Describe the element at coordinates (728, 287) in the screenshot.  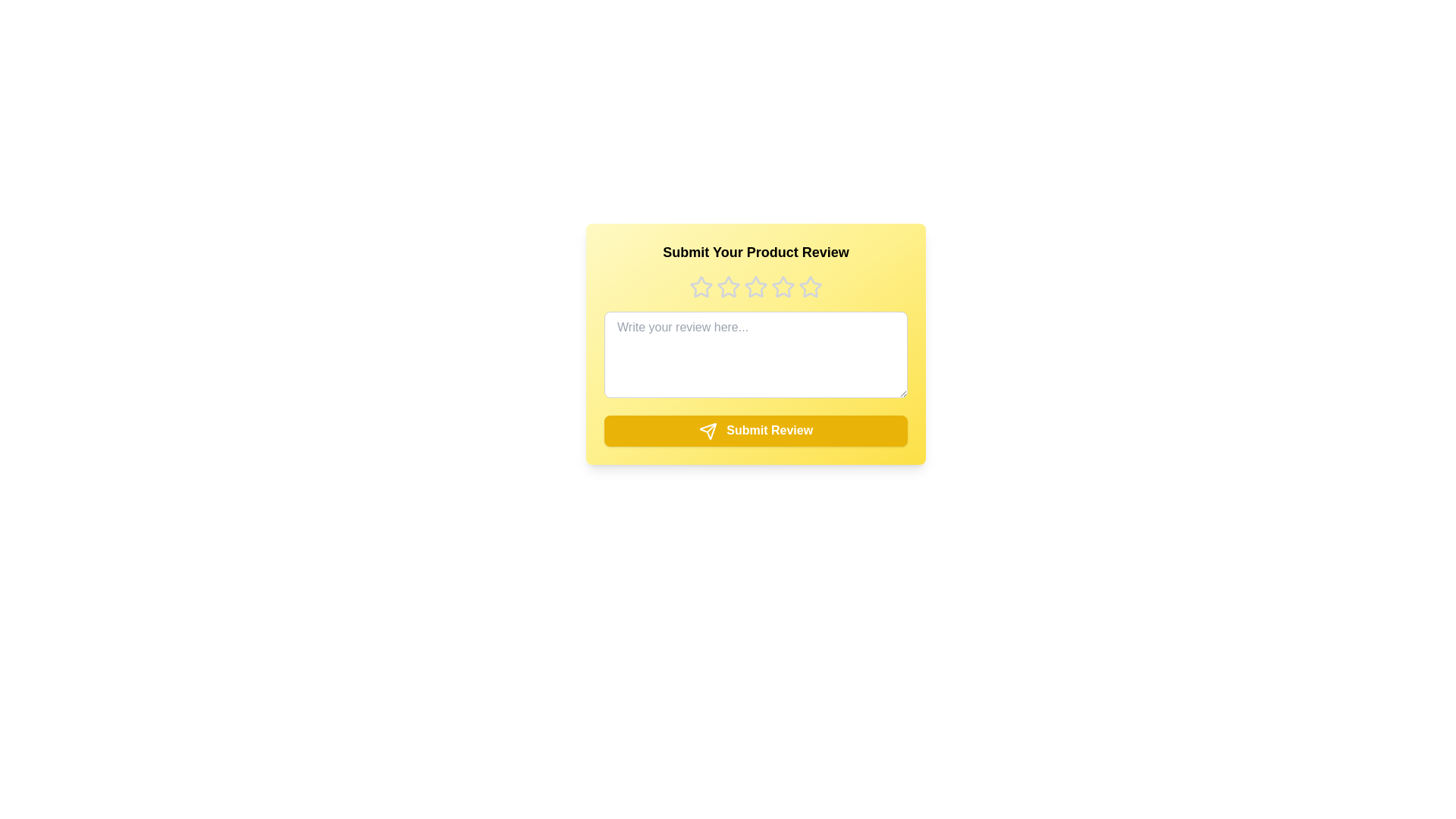
I see `the second star icon from the left in the row of five stars` at that location.